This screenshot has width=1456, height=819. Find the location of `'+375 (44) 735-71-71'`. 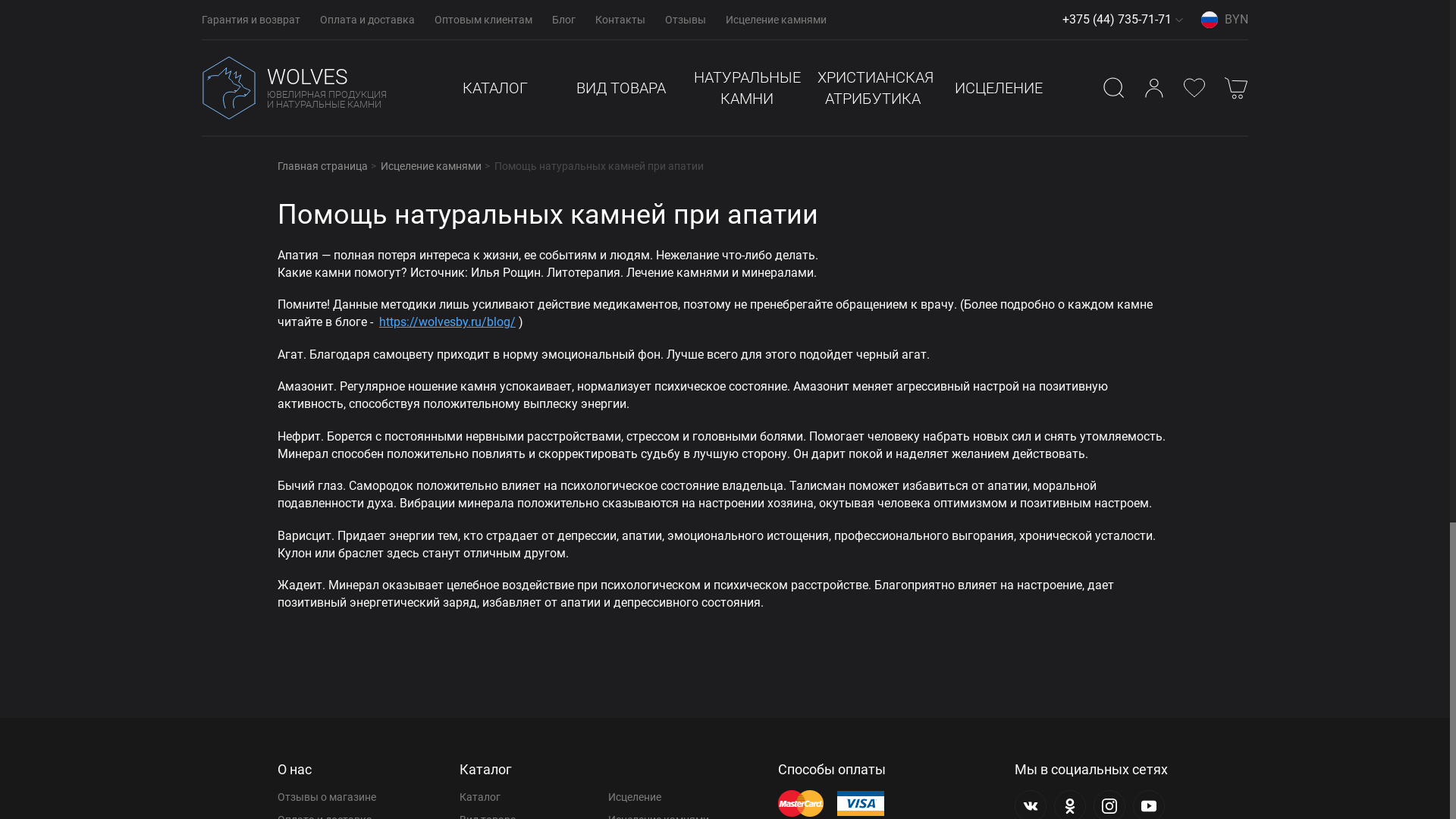

'+375 (44) 735-71-71' is located at coordinates (1117, 19).